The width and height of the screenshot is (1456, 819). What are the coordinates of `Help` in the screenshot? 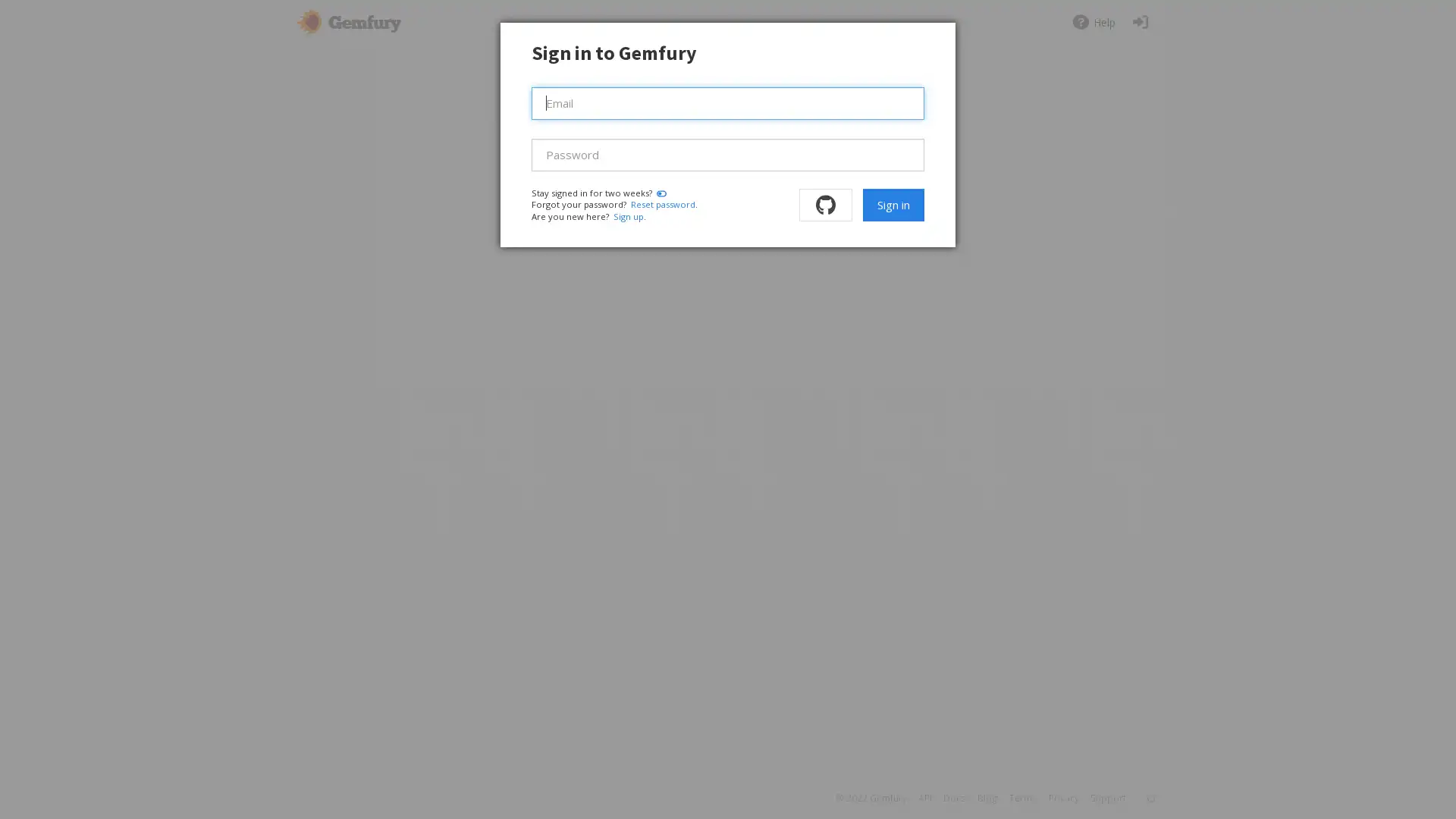 It's located at (1093, 22).